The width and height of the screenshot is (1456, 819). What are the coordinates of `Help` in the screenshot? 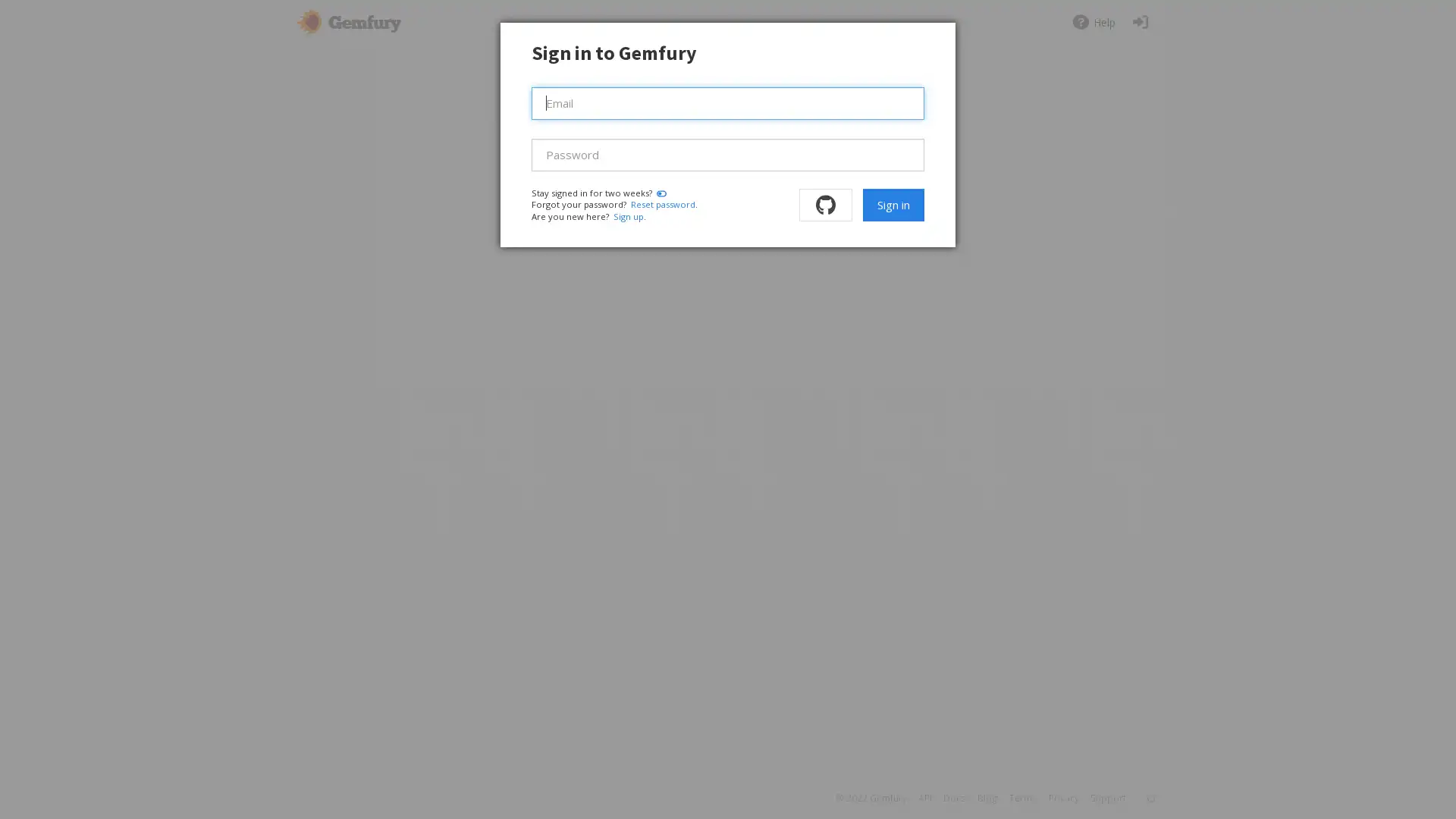 It's located at (1093, 22).